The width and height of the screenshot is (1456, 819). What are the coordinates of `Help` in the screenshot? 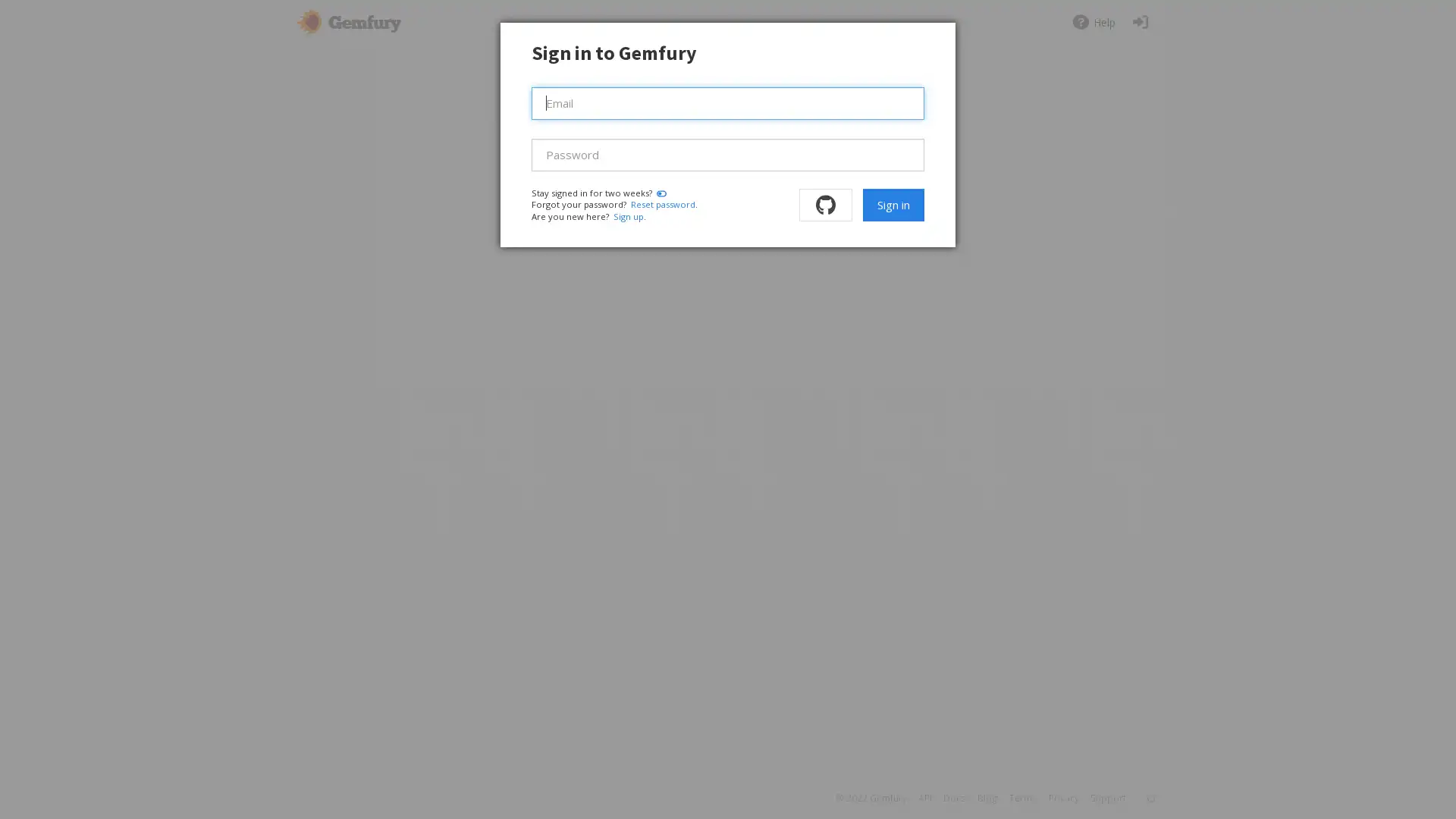 It's located at (1093, 22).